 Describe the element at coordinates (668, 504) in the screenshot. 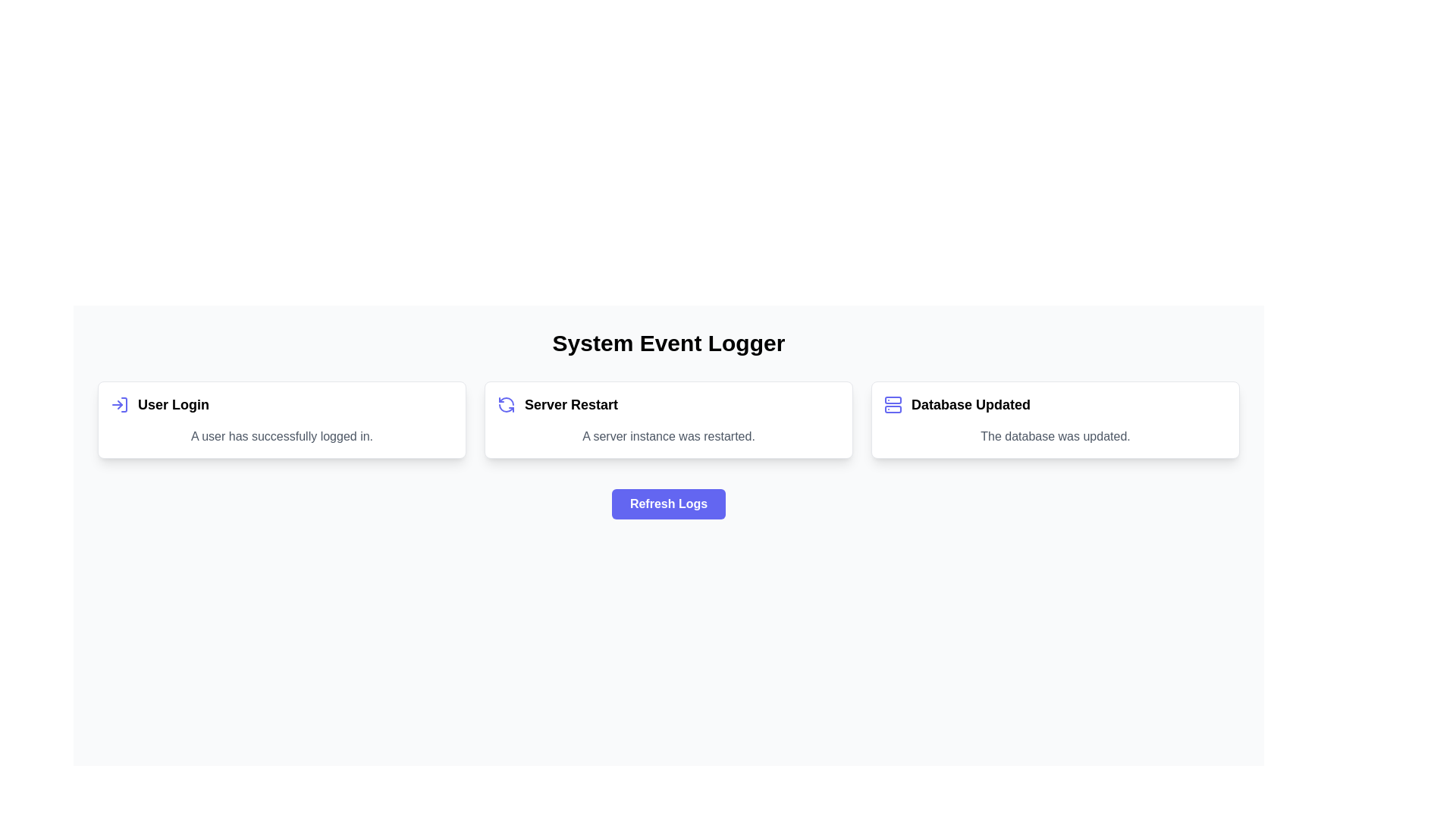

I see `the 'Refresh Logs' button, which has a vibrant indigo background, rounded corners, and white bold text, located centrally below the 'User Login', 'Server Restart', and 'Database Updated' cards` at that location.